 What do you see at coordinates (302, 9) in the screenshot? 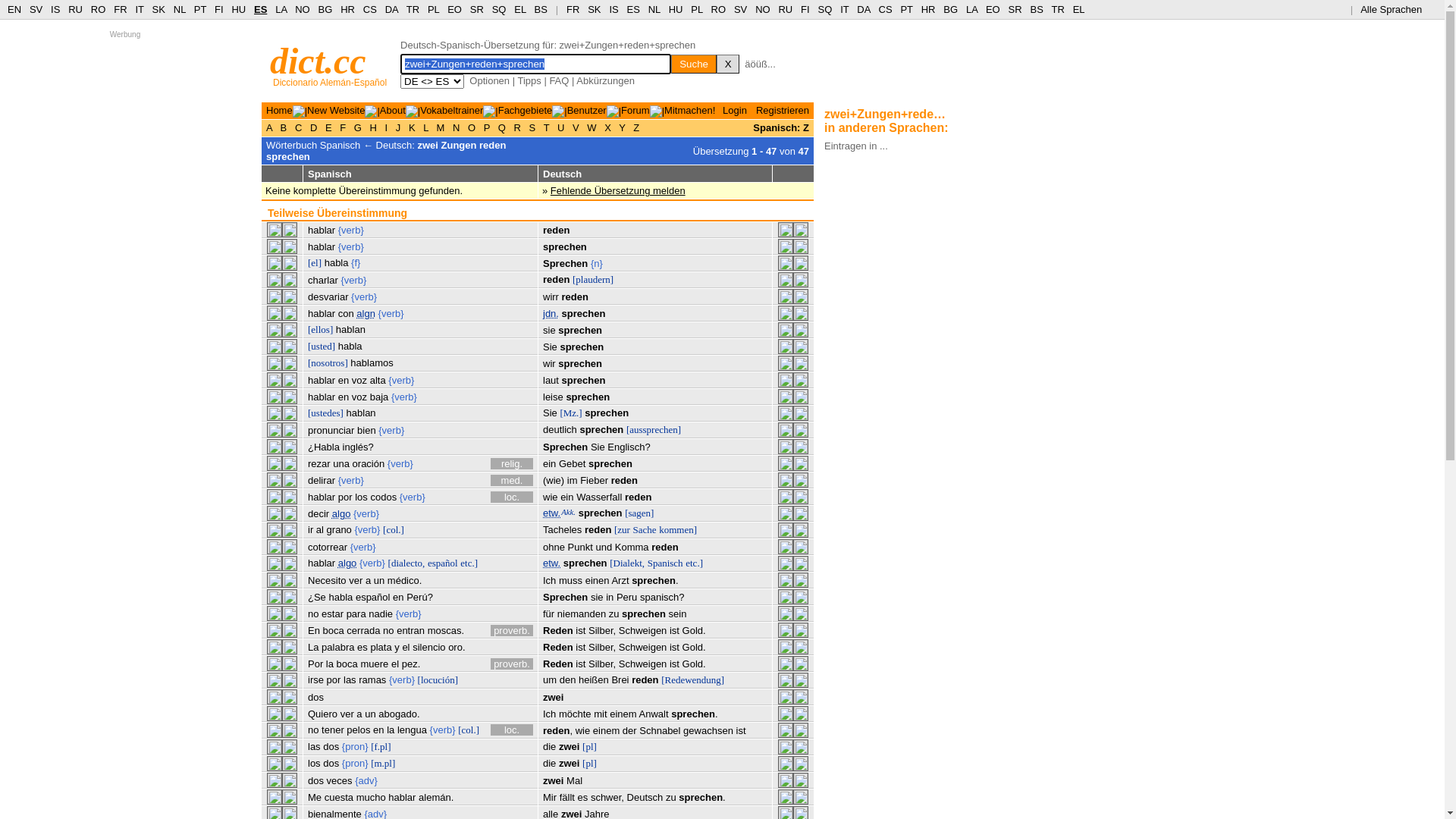
I see `'NO'` at bounding box center [302, 9].